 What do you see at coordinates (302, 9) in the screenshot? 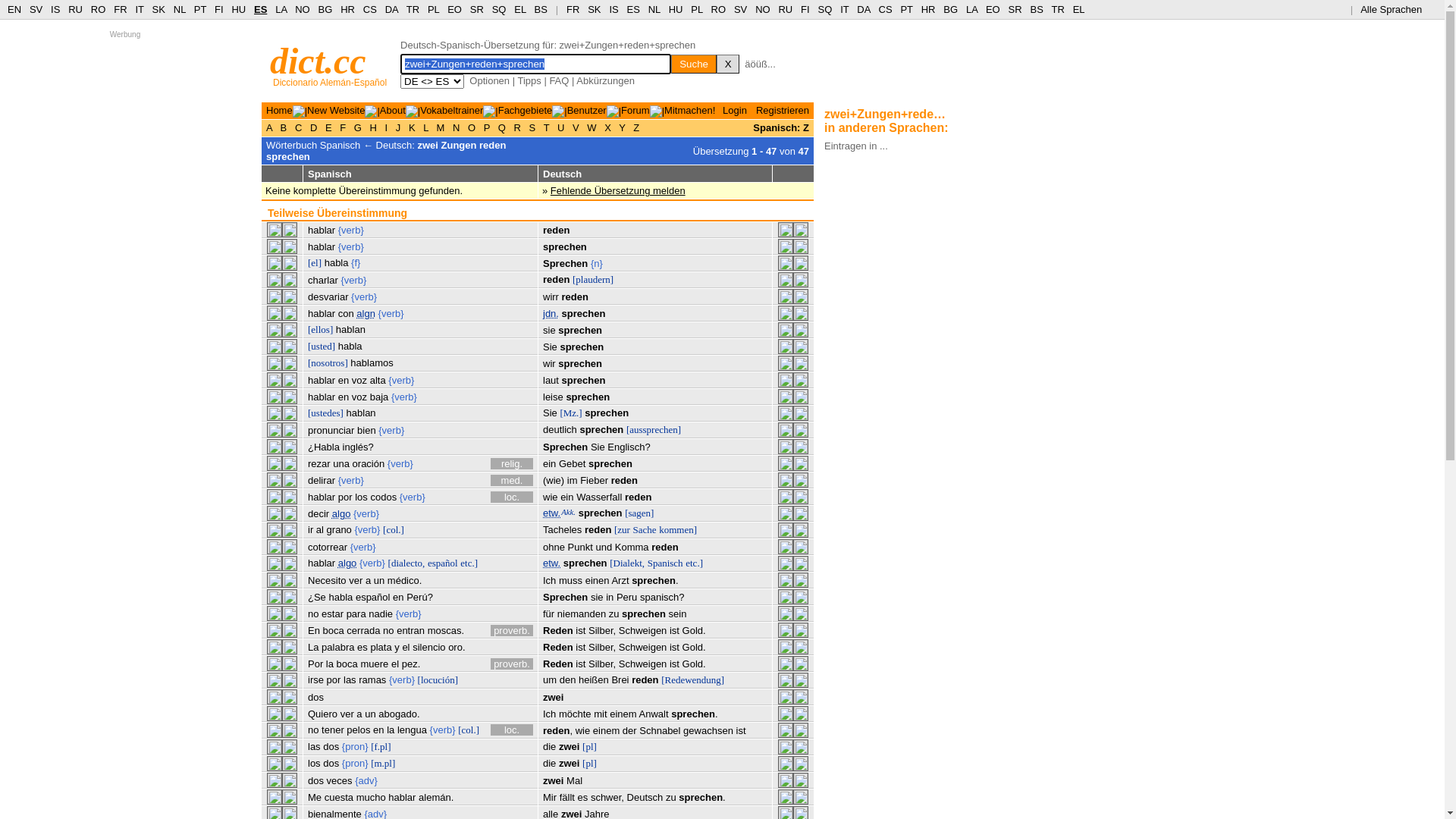
I see `'NO'` at bounding box center [302, 9].